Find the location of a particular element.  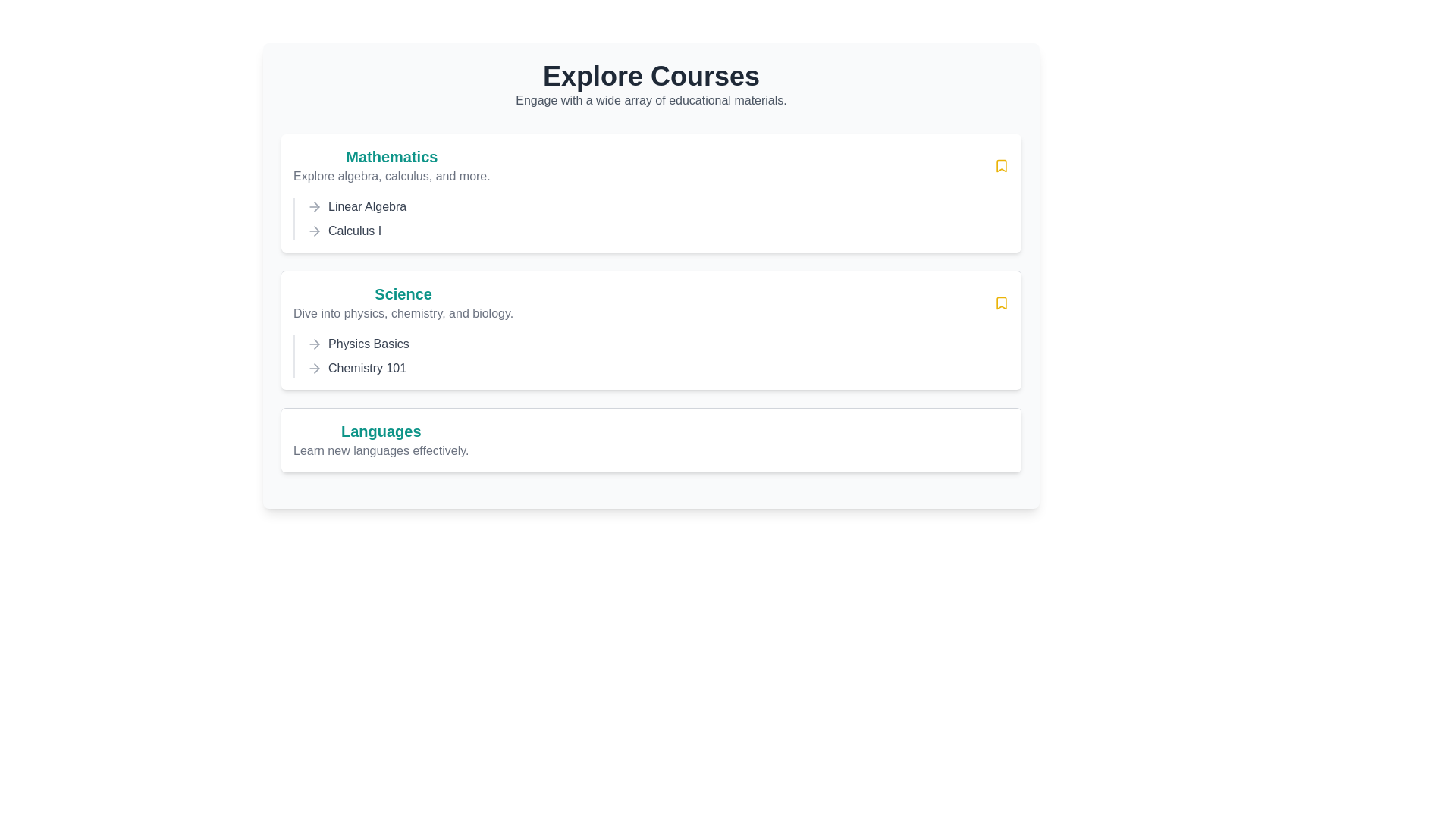

the arrowhead icon located to the right of the 'Physics Basics' text in the Science section is located at coordinates (315, 344).